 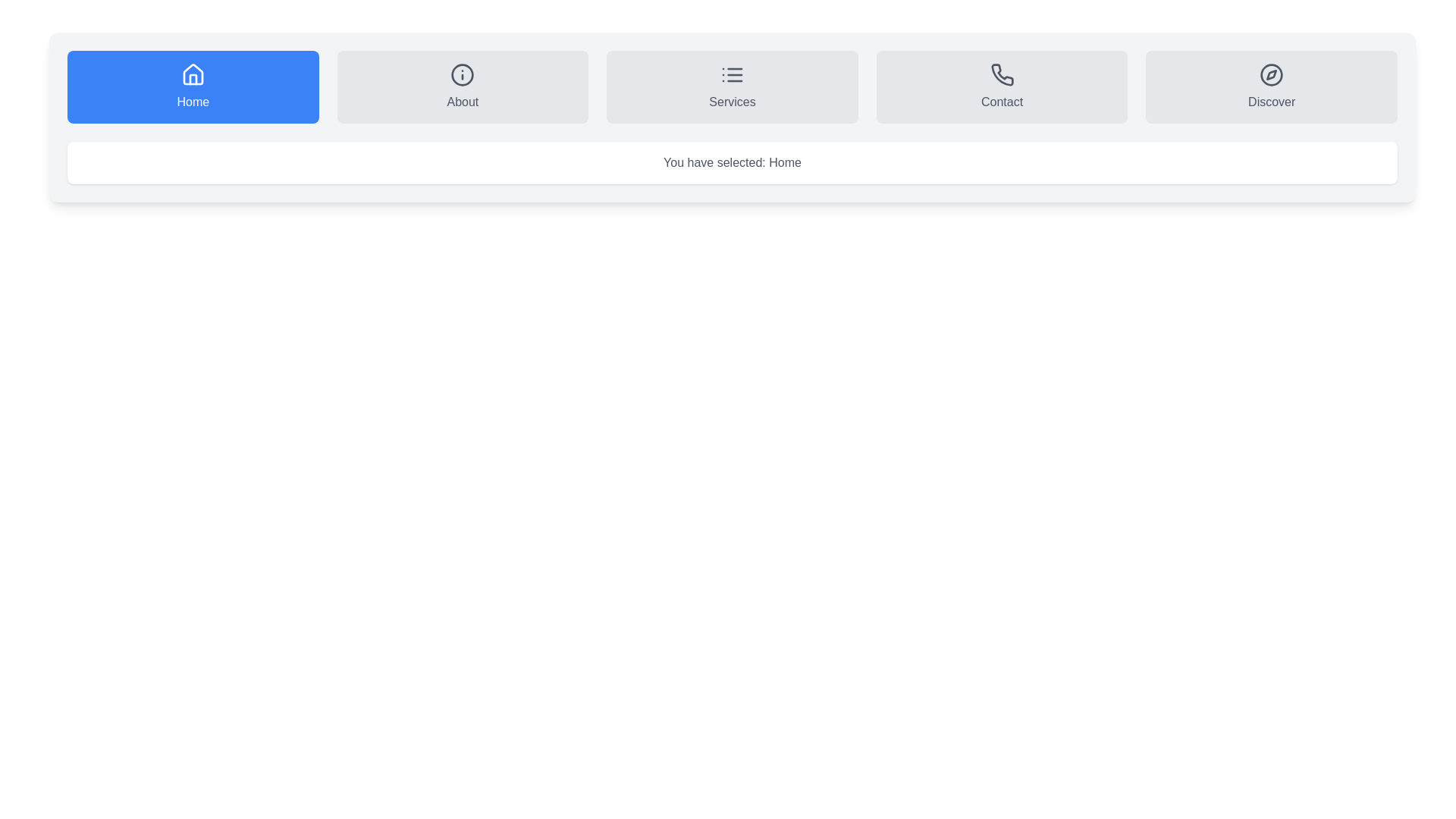 I want to click on the 'Contact' button in the navigation panel, which has a light gray background, rounded corners, and contains a phone icon with 'Contact' text below it, so click(x=1002, y=87).